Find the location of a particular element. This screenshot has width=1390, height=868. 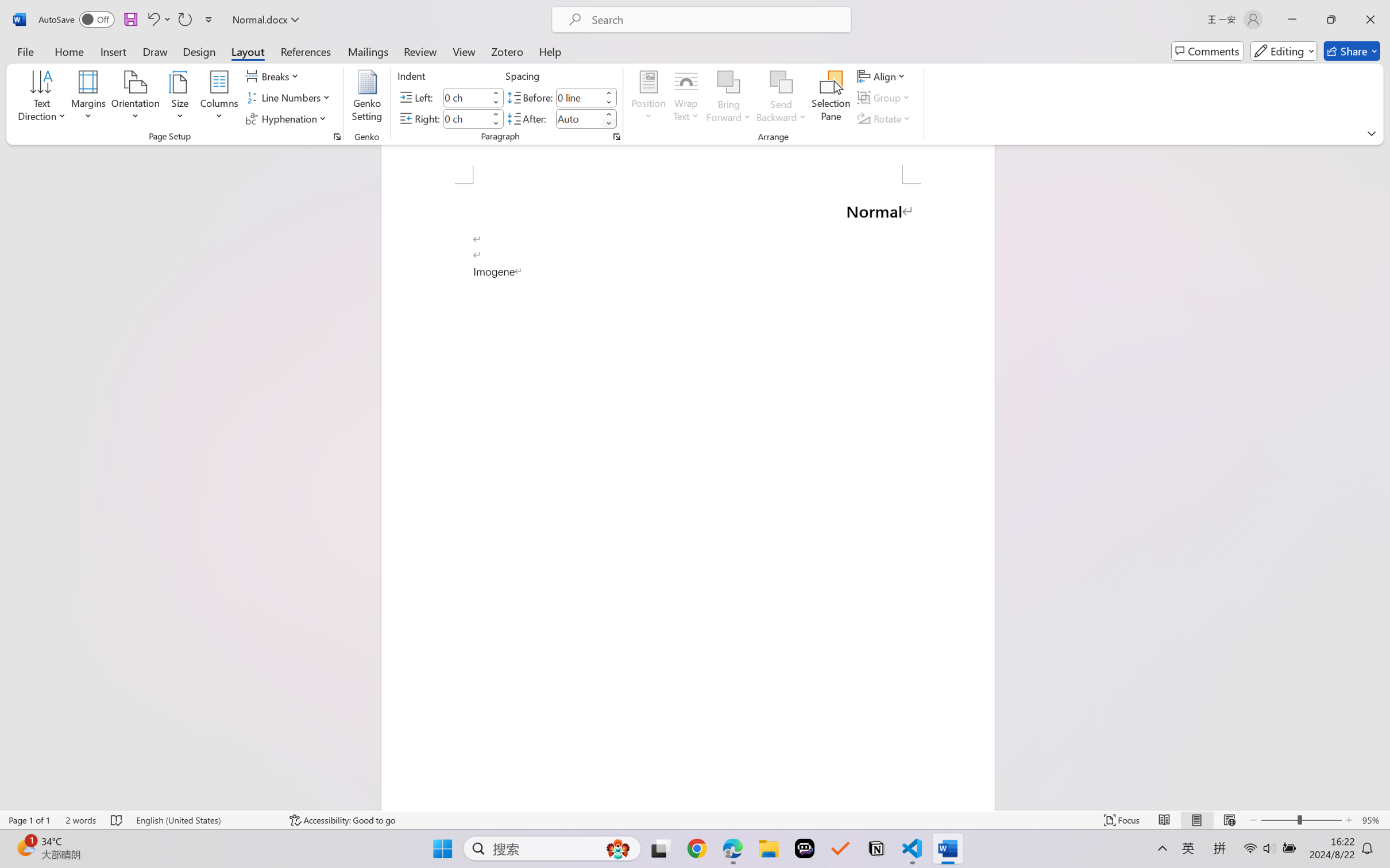

'Undo Paragraph Formatting' is located at coordinates (157, 19).